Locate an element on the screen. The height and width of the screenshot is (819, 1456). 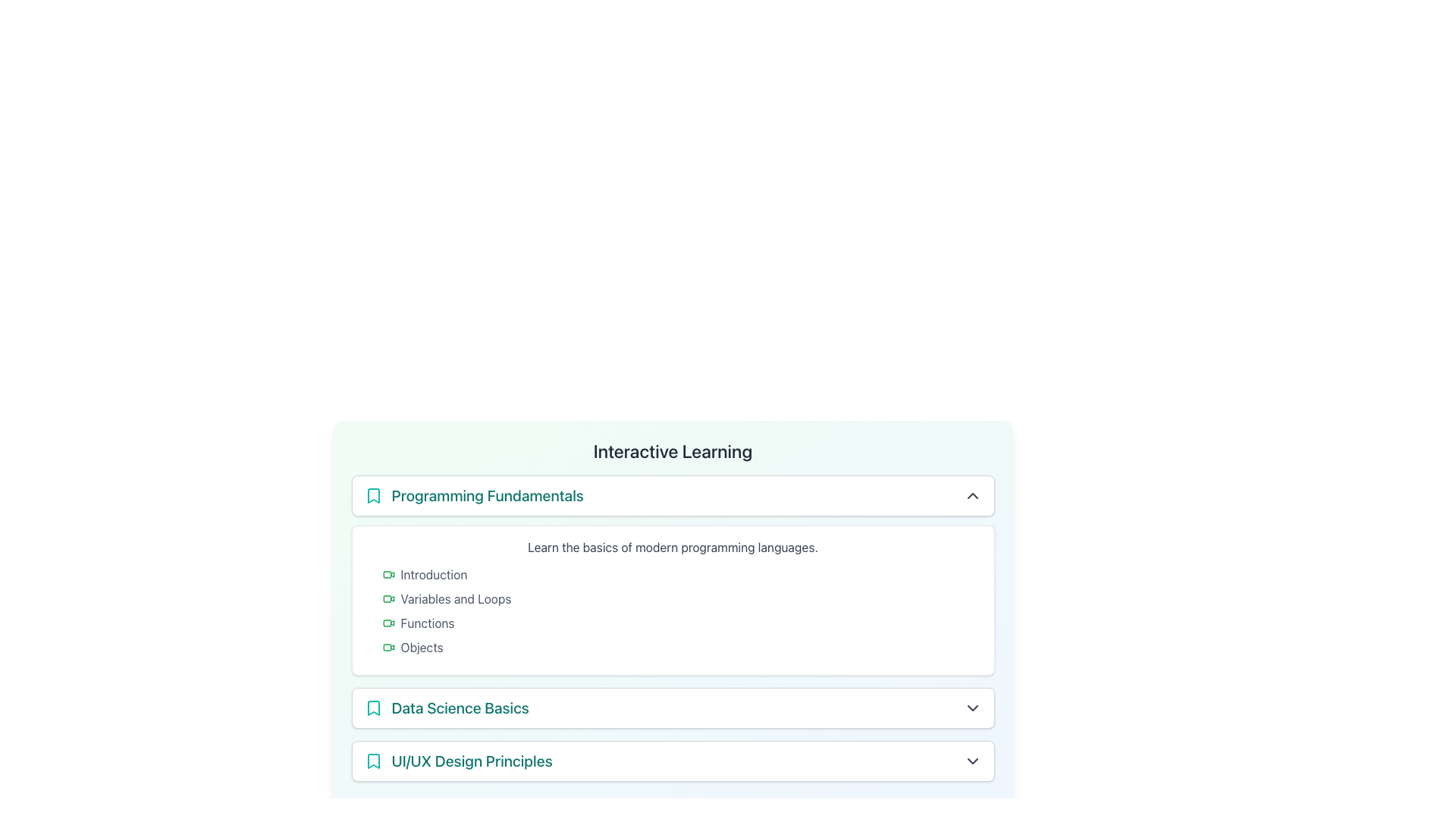
the navigation link labeled 'Functions' located directly below 'Variables and Loops' and above 'Objects' in the 'Programming Fundamentals' section is located at coordinates (427, 623).